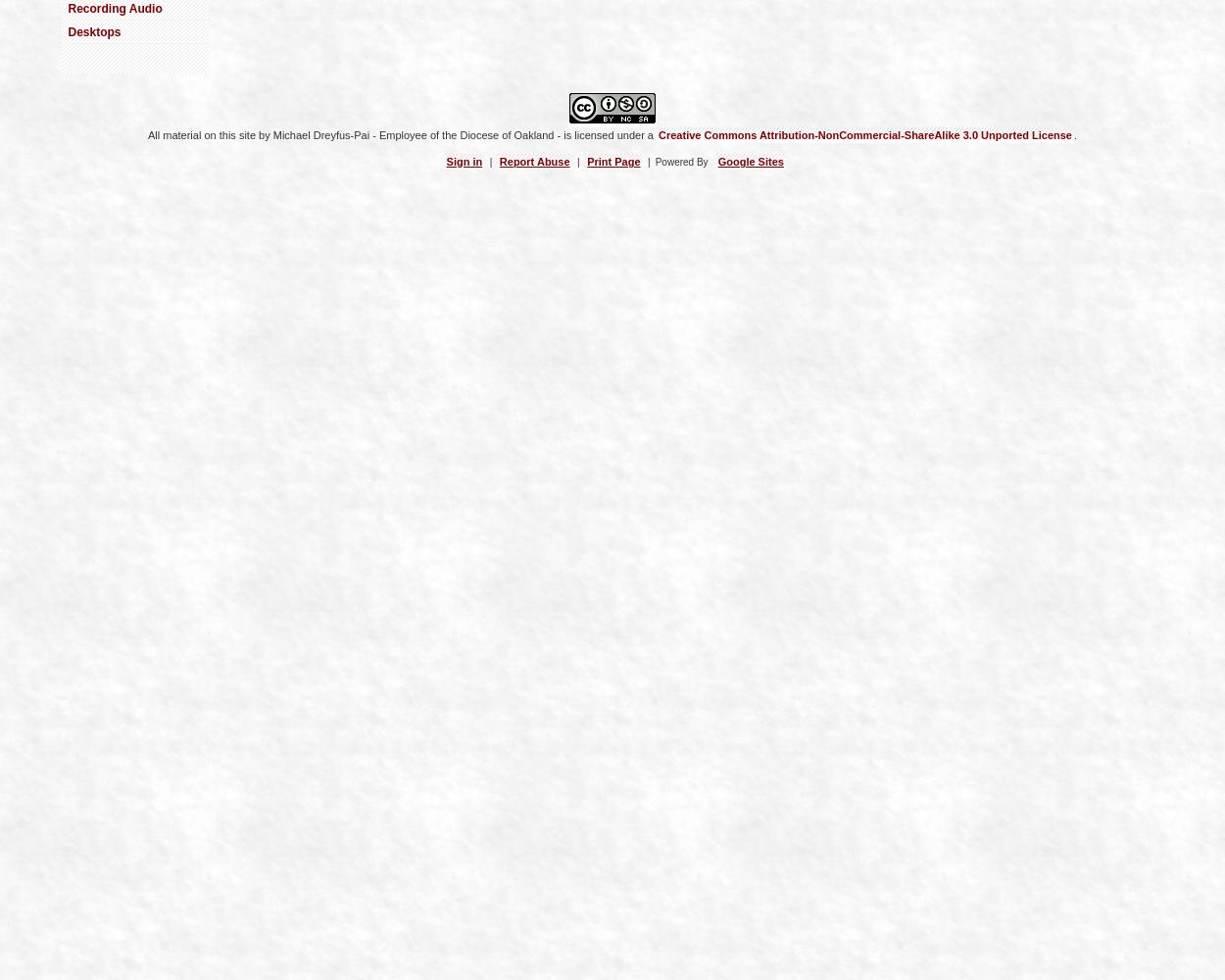 This screenshot has height=980, width=1225. What do you see at coordinates (864, 135) in the screenshot?
I see `'Creative Commons Attribution-NonCommercial-ShareAlike 3.0 Unported License'` at bounding box center [864, 135].